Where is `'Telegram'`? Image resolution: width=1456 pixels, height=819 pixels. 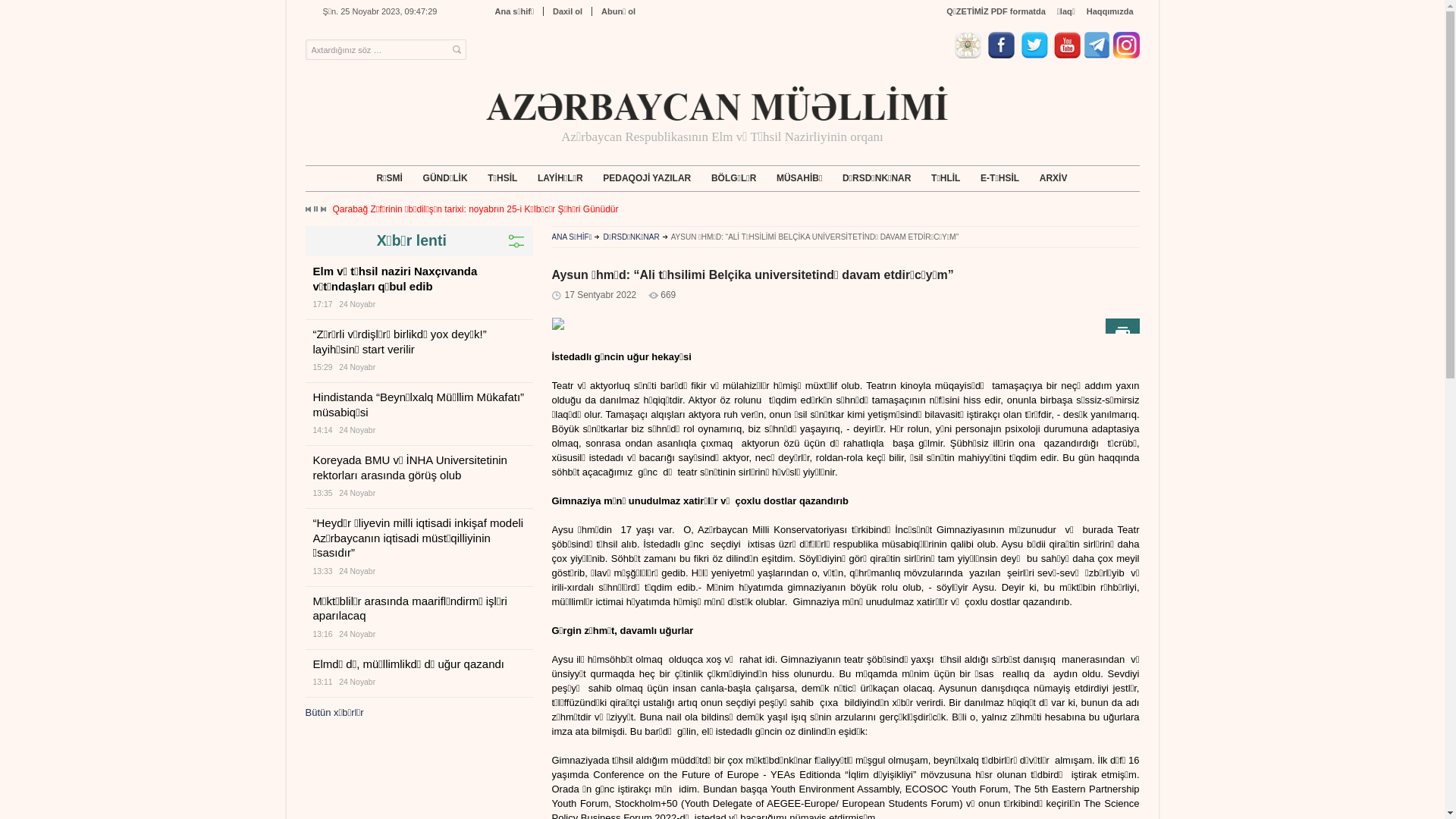 'Telegram' is located at coordinates (1097, 54).